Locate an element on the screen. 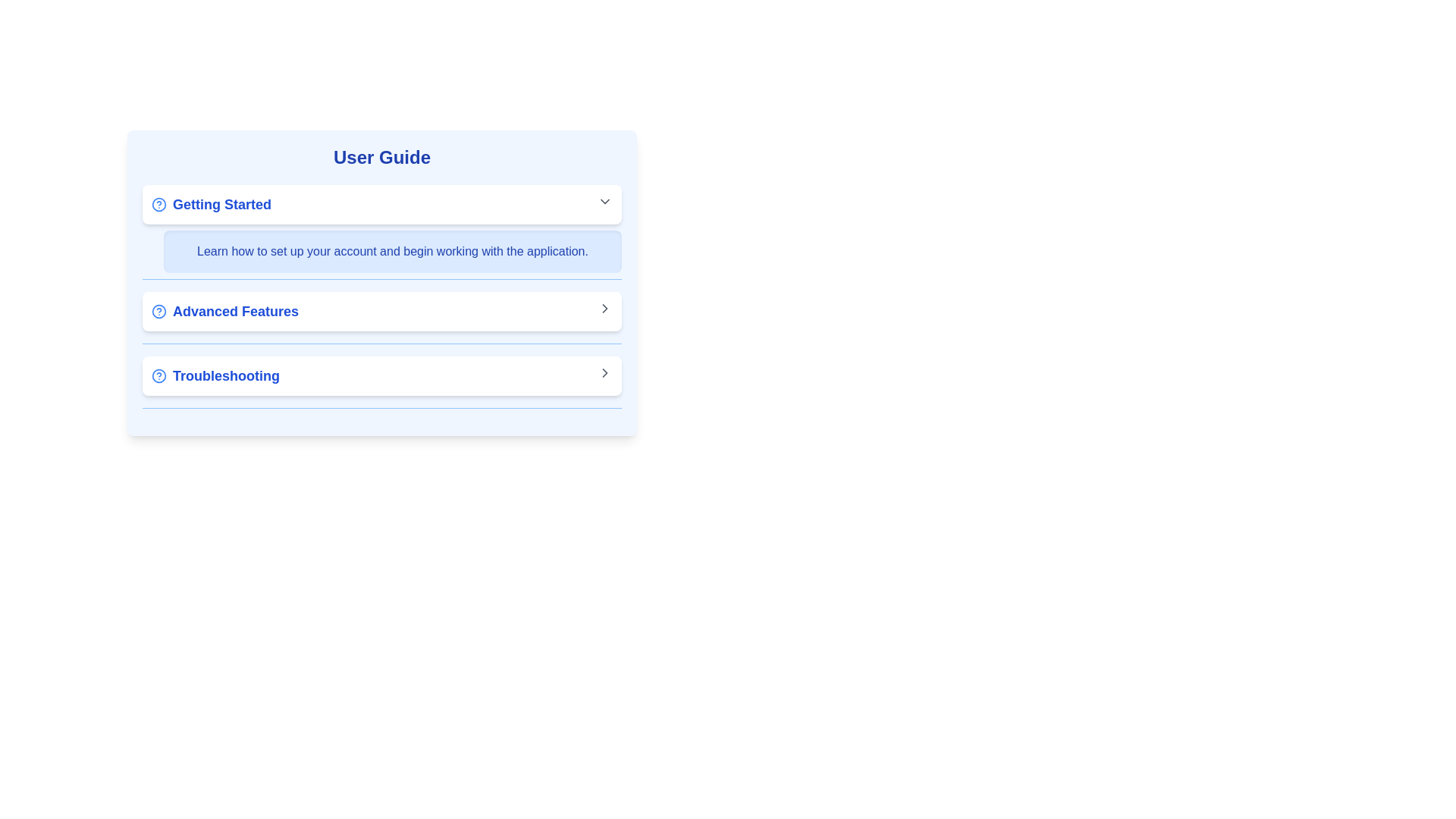 The width and height of the screenshot is (1456, 819). bold text label that says 'Advanced Features', which is styled in blue and located in the second section of the user guide interface is located at coordinates (235, 311).